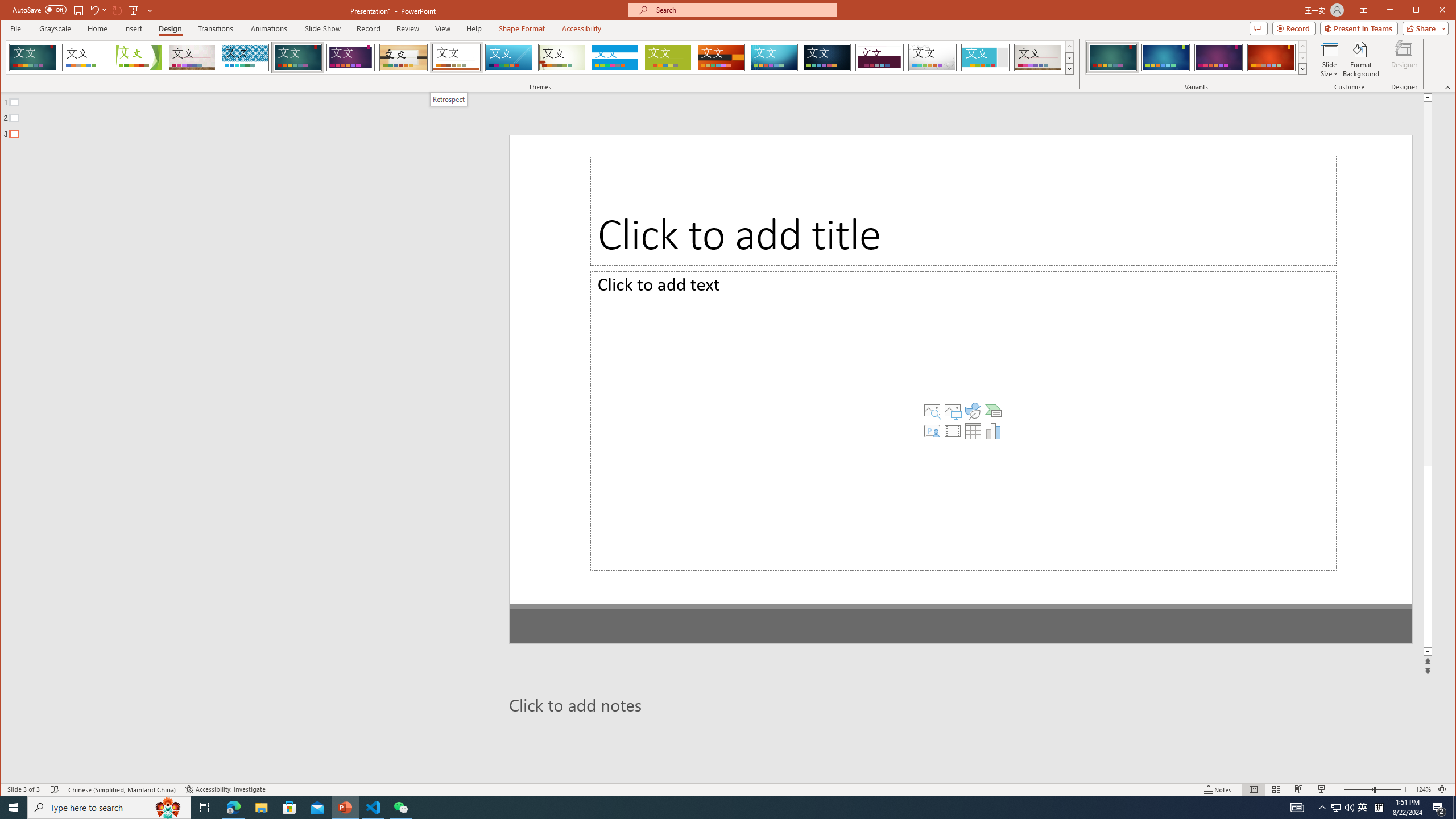  What do you see at coordinates (253, 115) in the screenshot?
I see `'Outline'` at bounding box center [253, 115].